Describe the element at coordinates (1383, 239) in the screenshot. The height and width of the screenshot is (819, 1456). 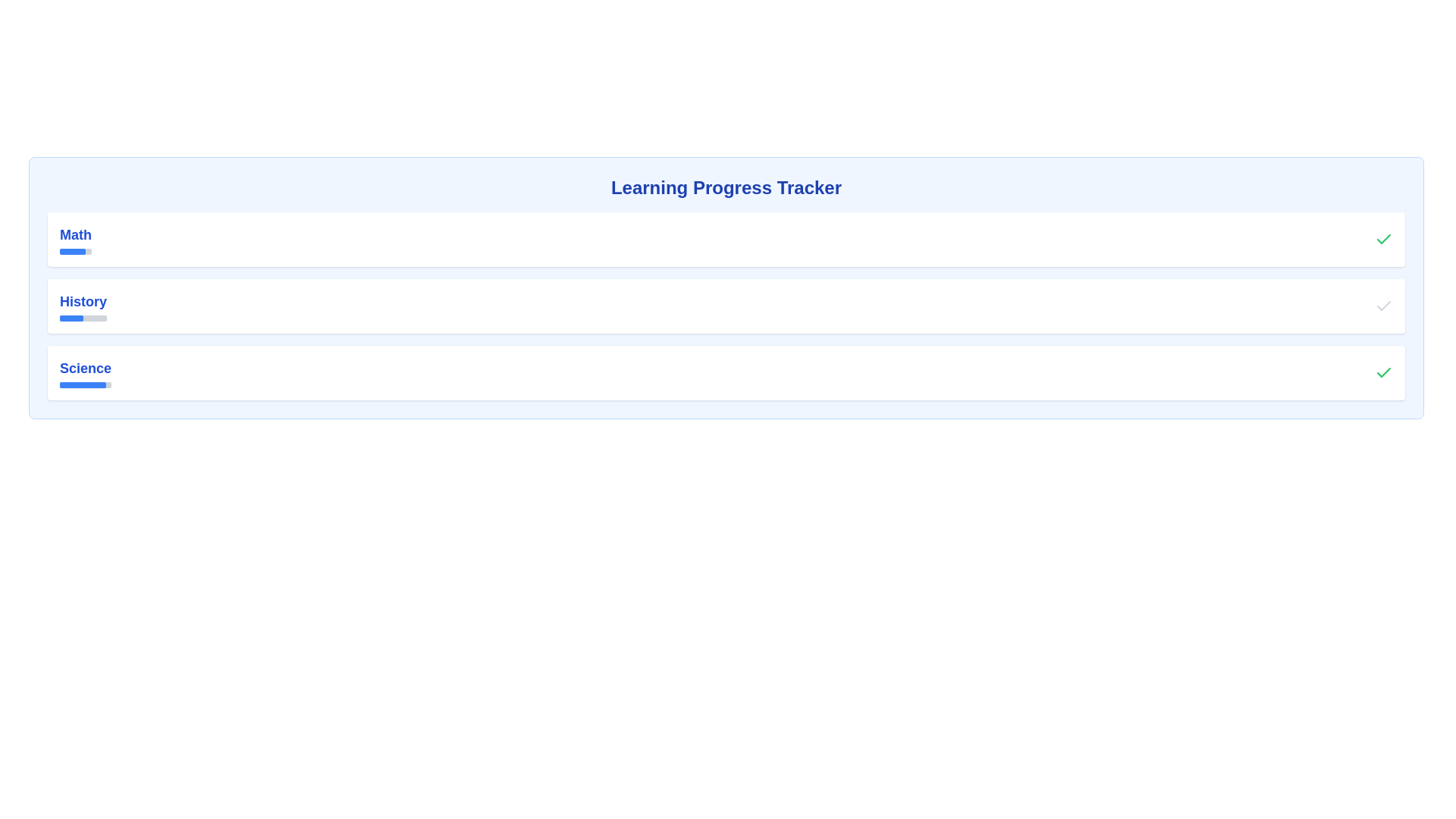
I see `the green completion indicator icon located in the top-right corner of the 'Math' subject card, which signals the successful completion of the subject` at that location.